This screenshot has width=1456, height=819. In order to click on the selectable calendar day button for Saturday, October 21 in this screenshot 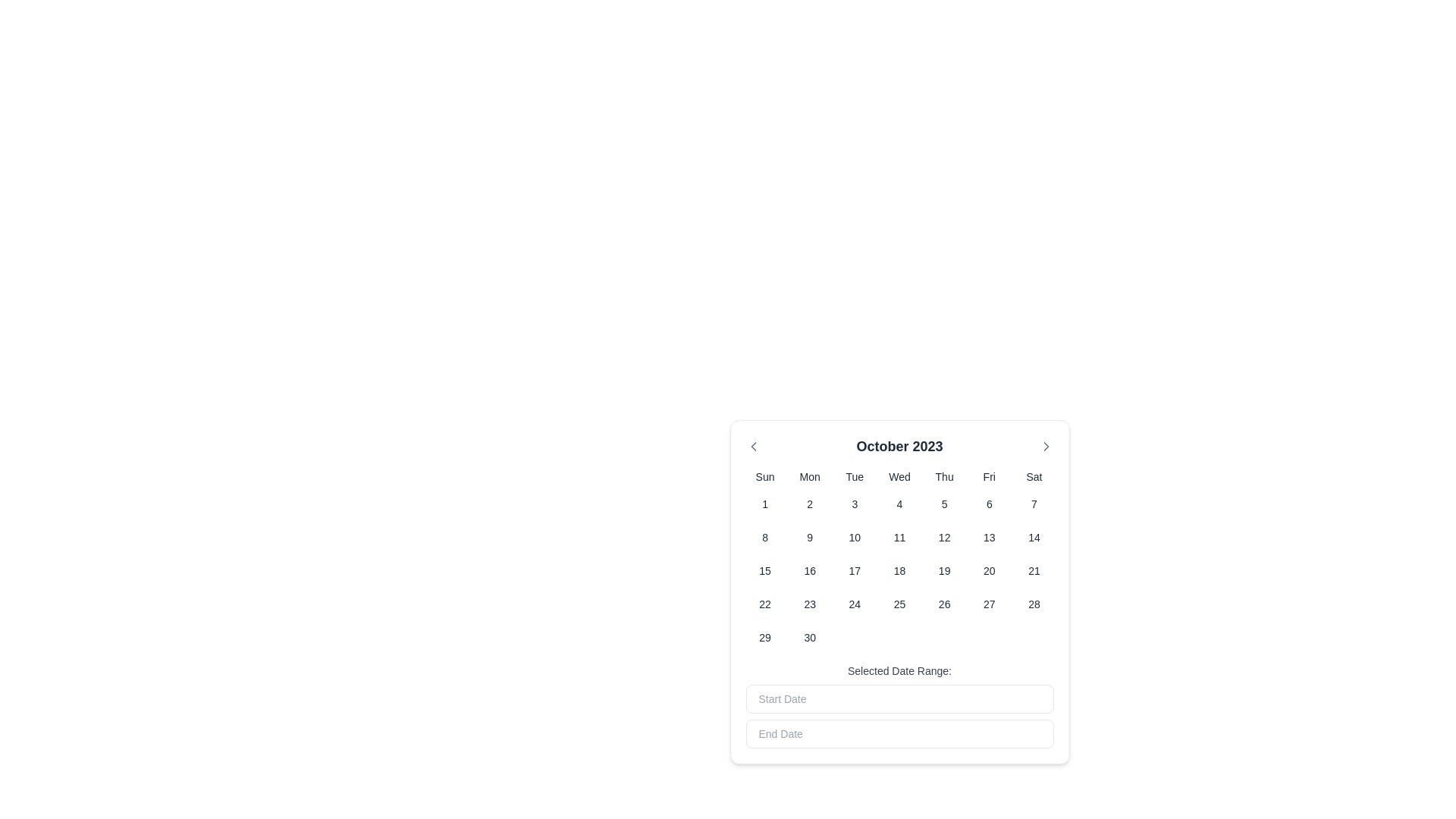, I will do `click(1033, 570)`.